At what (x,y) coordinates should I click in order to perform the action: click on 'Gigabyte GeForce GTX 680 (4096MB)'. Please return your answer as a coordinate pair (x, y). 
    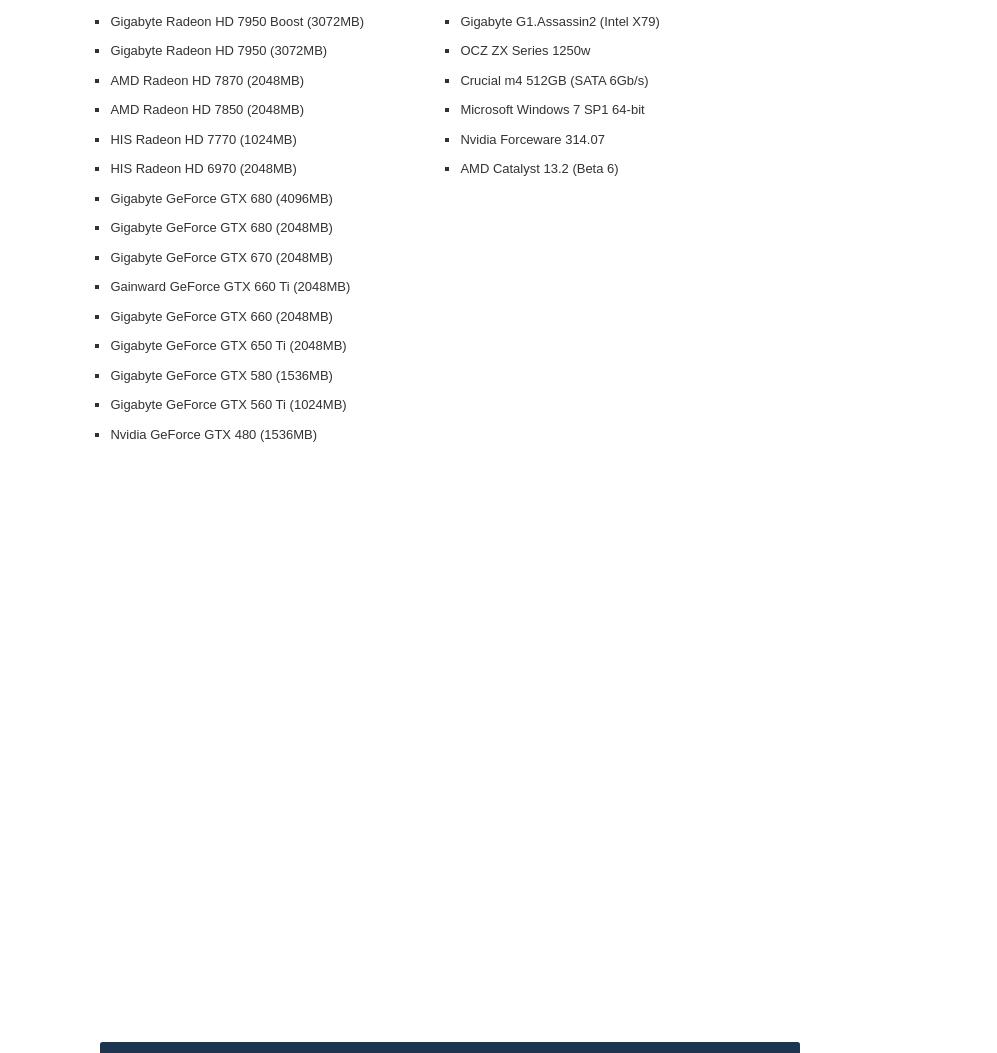
    Looking at the image, I should click on (109, 197).